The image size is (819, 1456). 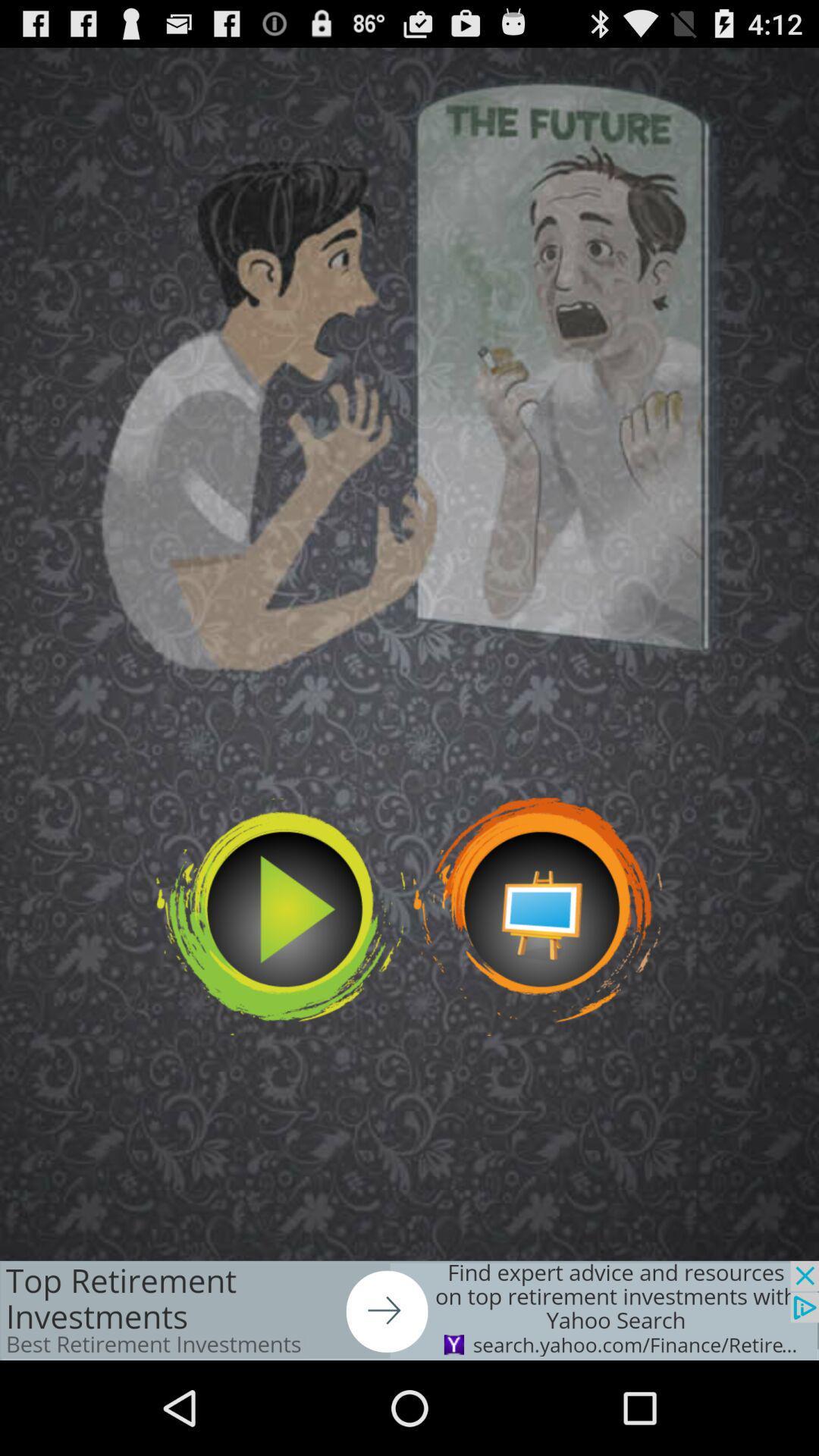 What do you see at coordinates (409, 1310) in the screenshot?
I see `arrow option` at bounding box center [409, 1310].